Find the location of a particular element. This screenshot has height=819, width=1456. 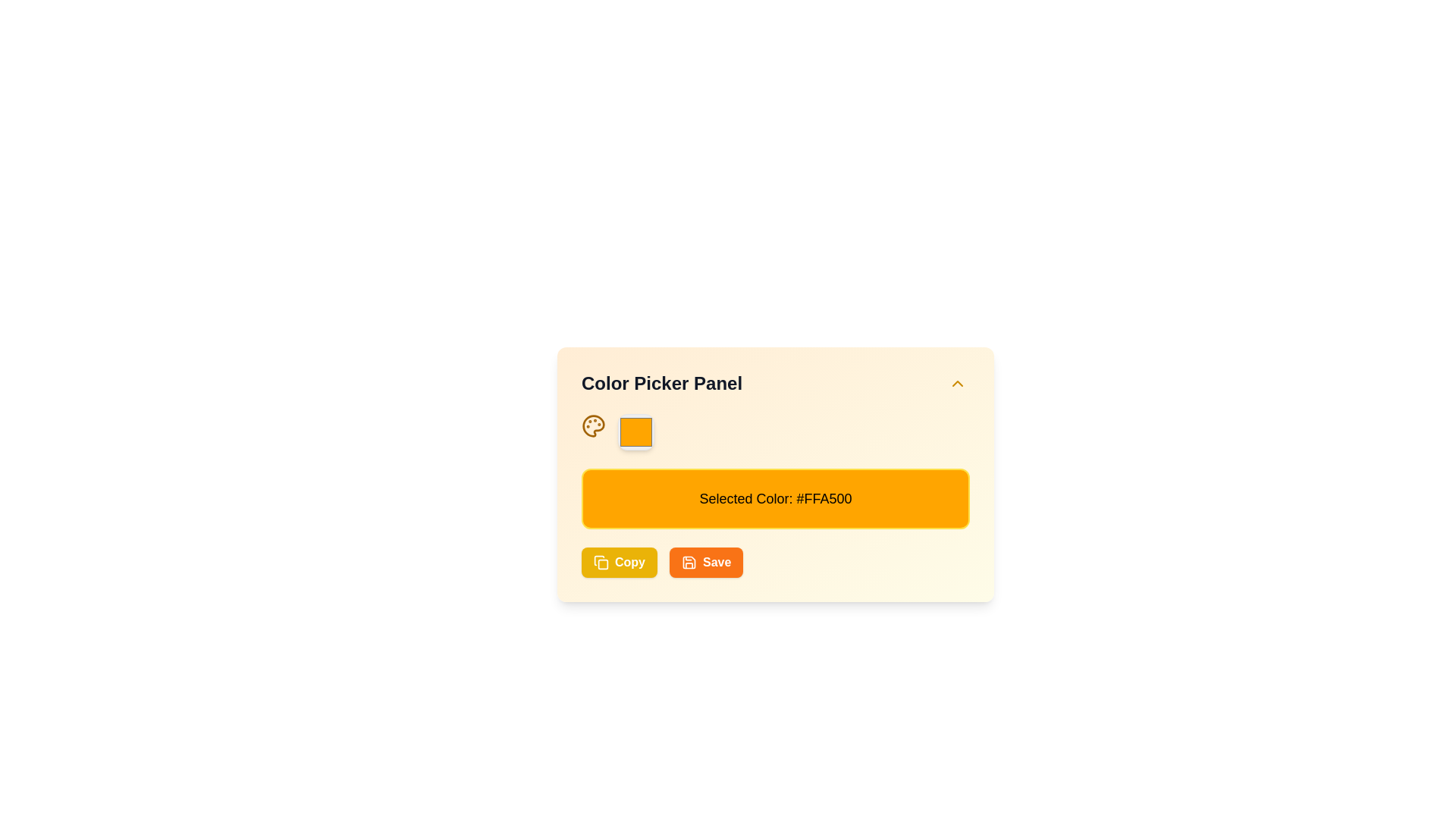

the small upward-facing yellow chevron toggle button located in the top-right corner of the Color Picker Panel is located at coordinates (956, 382).